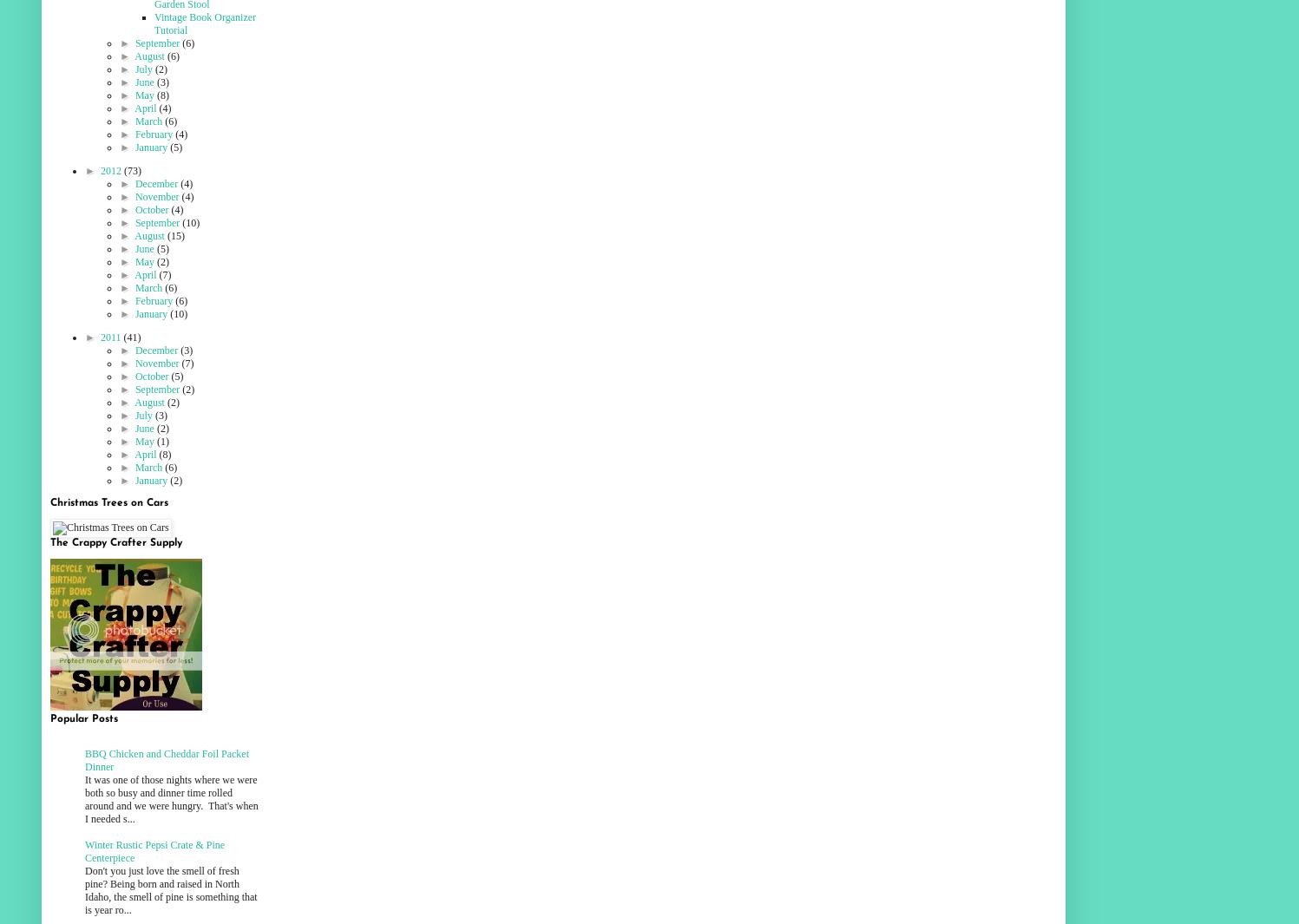  I want to click on 'Winter Rustic Pepsi Crate & Pine Centerpiece', so click(154, 851).